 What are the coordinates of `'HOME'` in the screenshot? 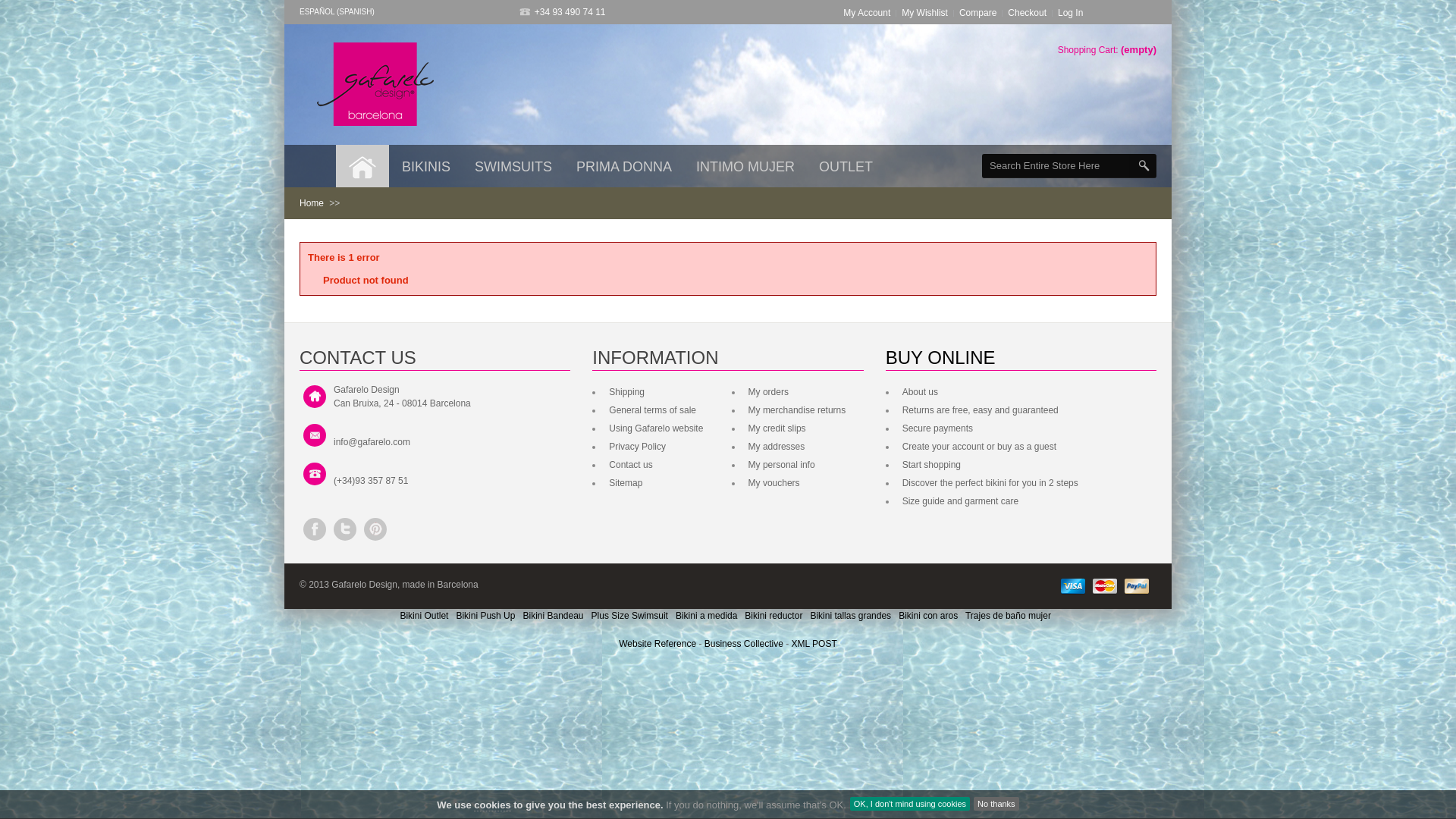 It's located at (362, 166).